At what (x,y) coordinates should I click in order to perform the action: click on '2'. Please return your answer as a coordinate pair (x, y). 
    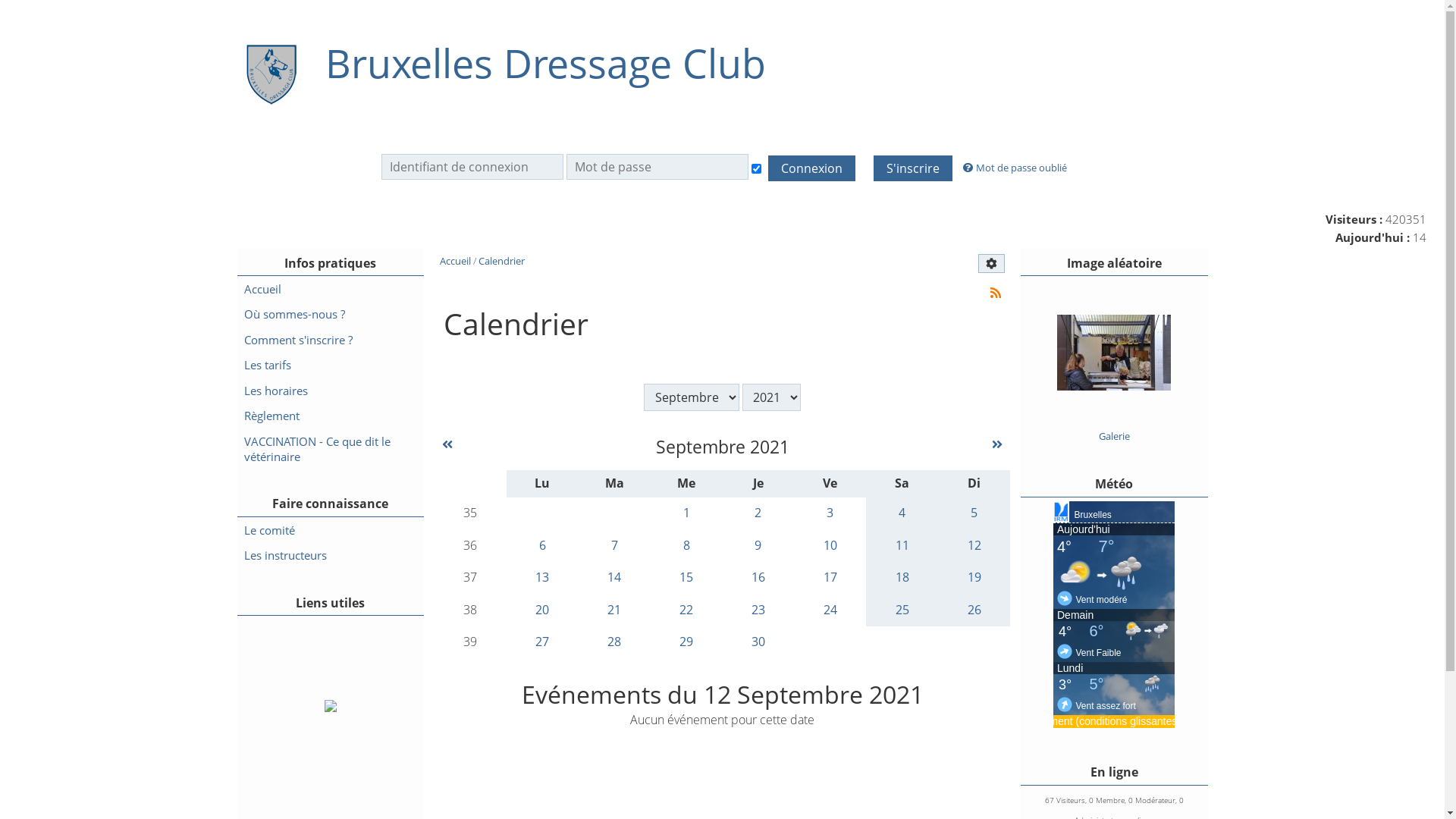
    Looking at the image, I should click on (758, 513).